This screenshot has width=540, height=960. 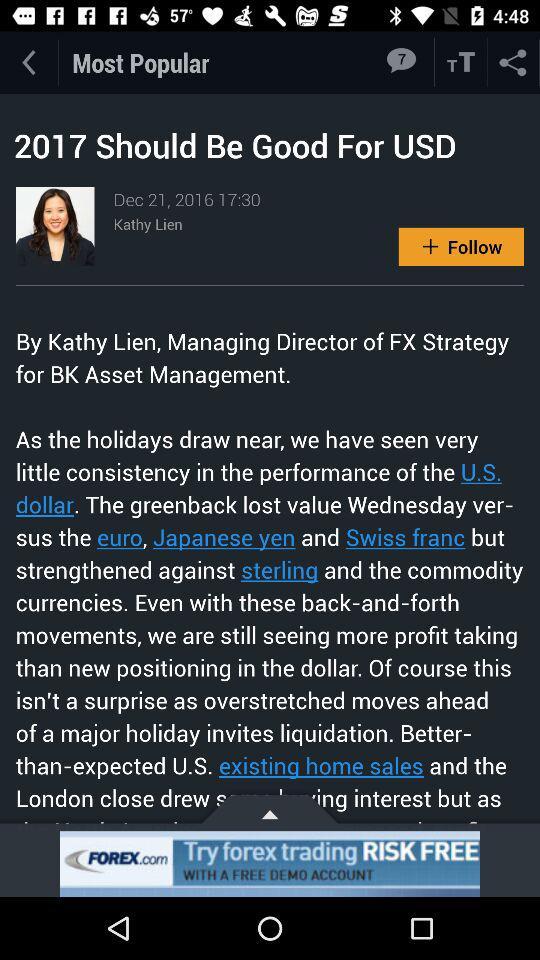 I want to click on advertisement, so click(x=270, y=863).